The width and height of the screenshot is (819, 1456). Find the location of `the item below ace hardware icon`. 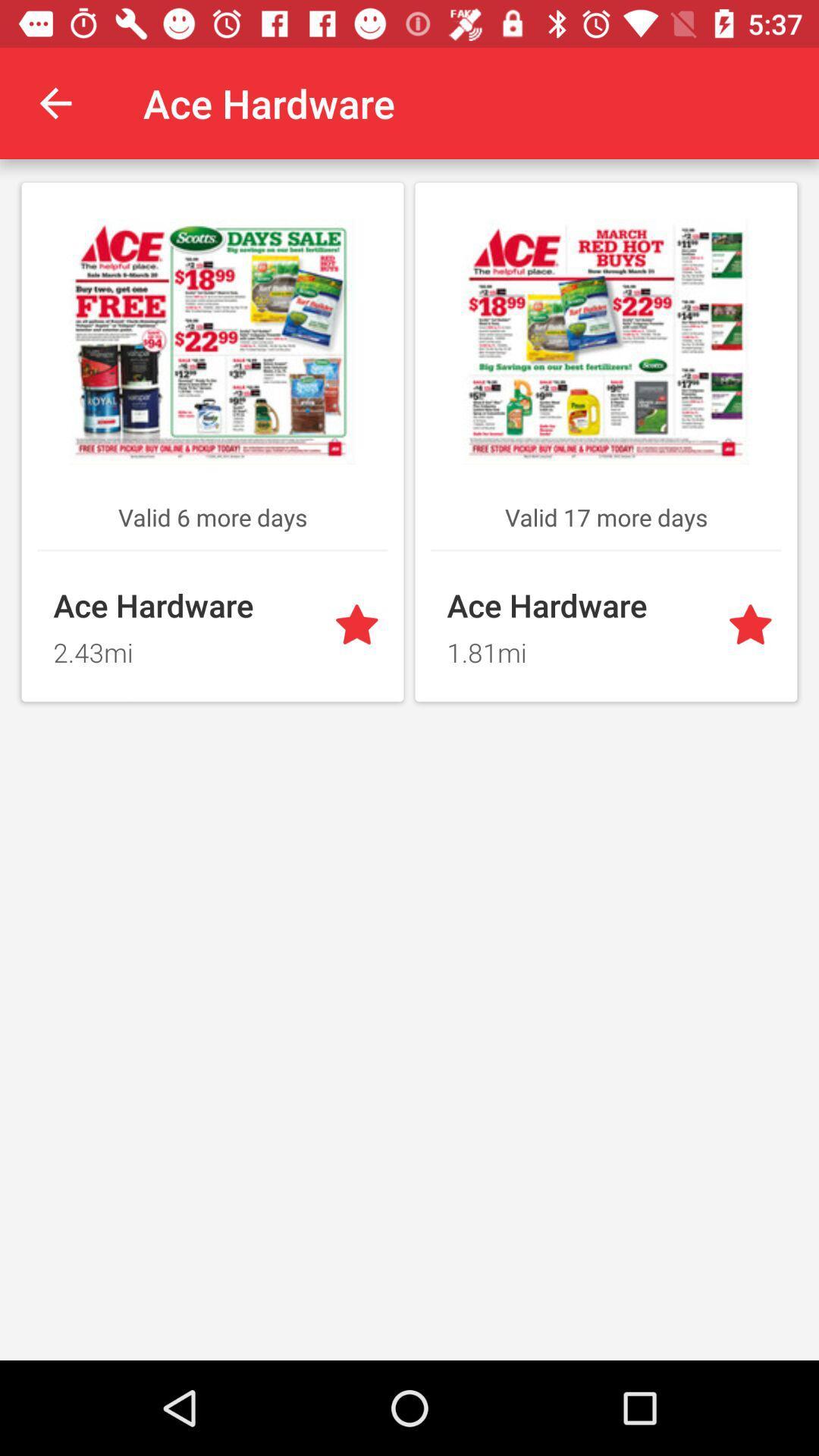

the item below ace hardware icon is located at coordinates (578, 648).